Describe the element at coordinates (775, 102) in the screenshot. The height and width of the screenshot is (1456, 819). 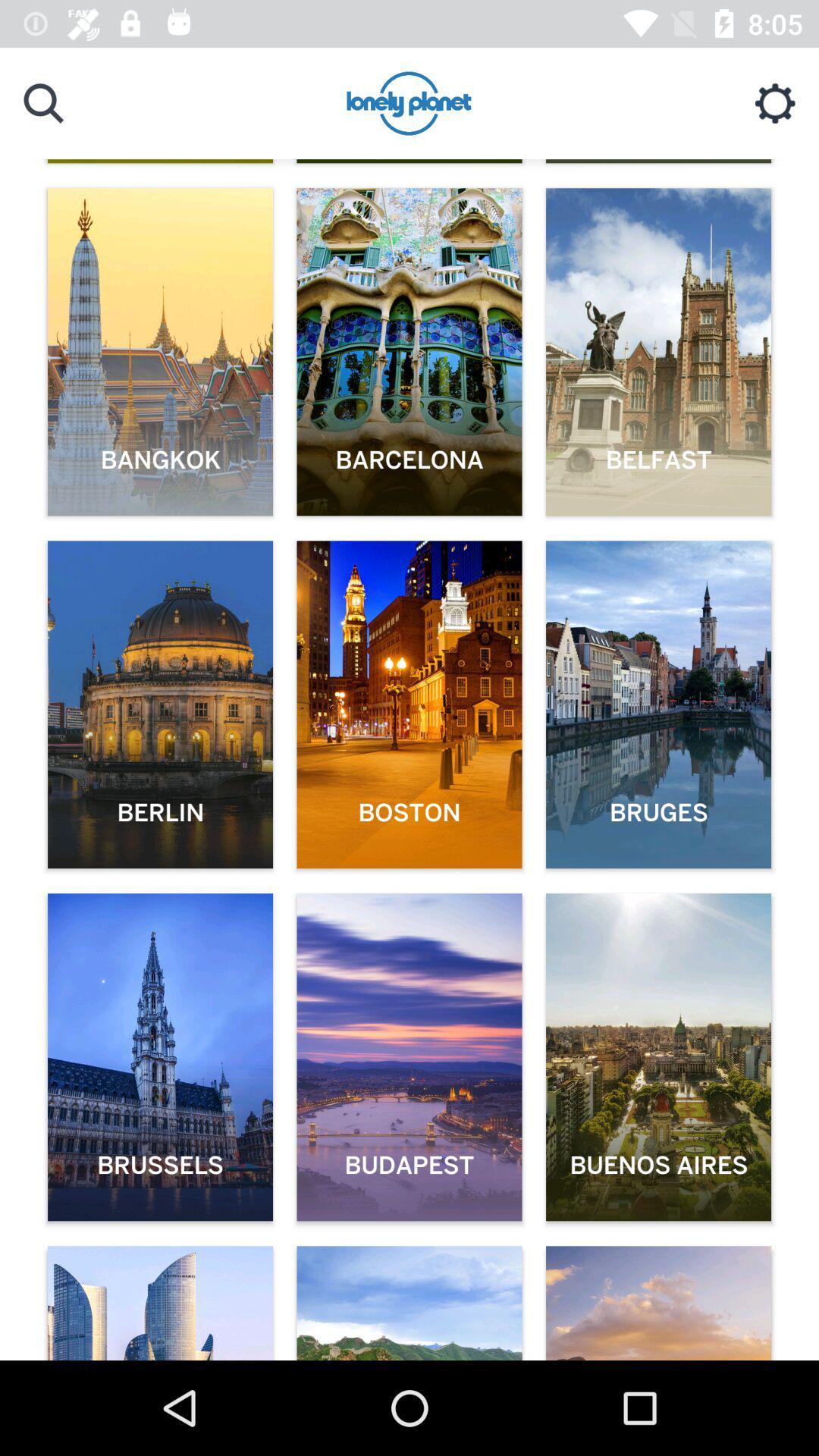
I see `the settings icon` at that location.